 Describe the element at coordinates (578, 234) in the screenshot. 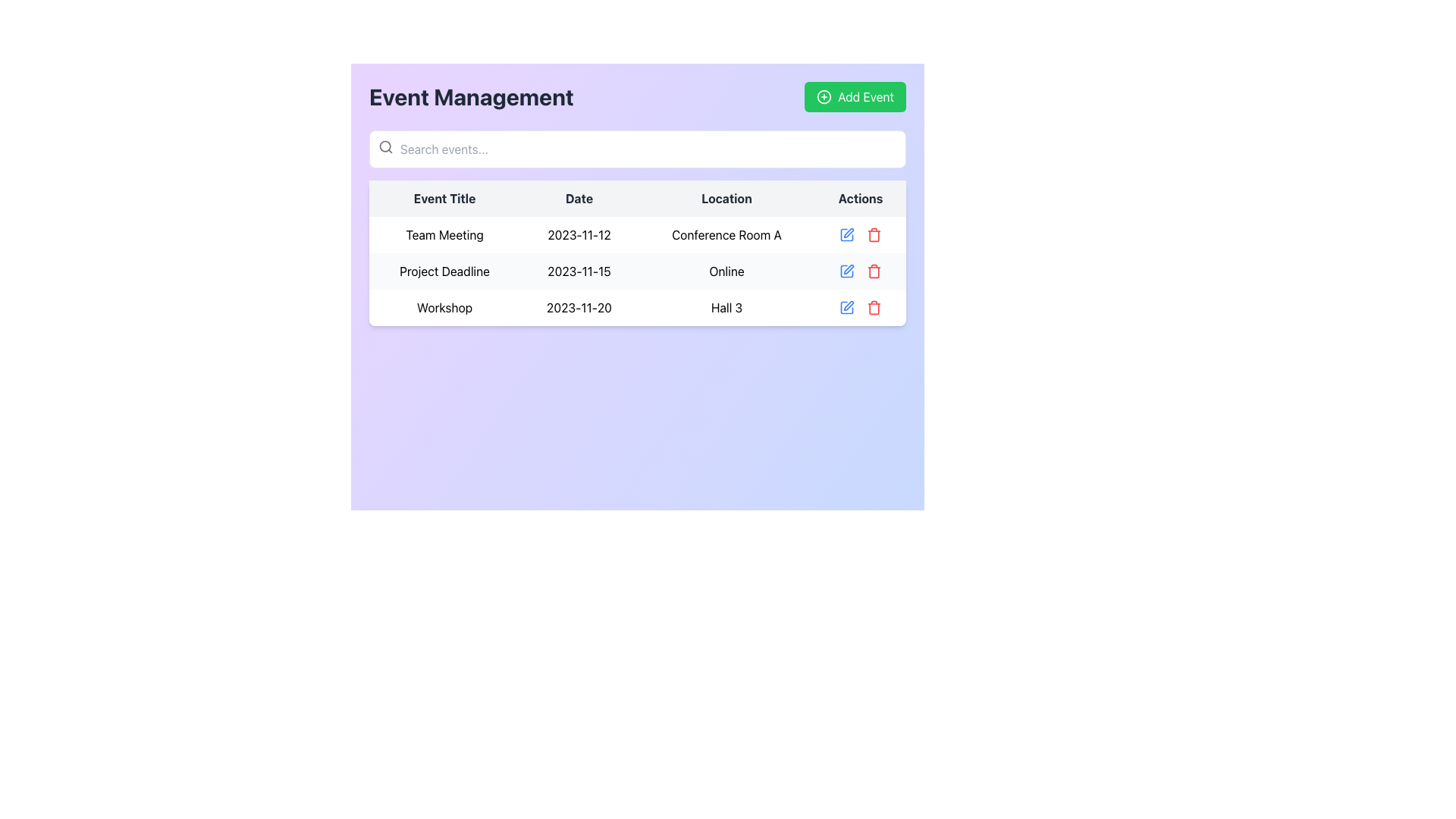

I see `the static text displaying '2023-11-12', which is located in the second column of the row labeled 'Team Meeting' and to the left of 'Conference Room A'` at that location.